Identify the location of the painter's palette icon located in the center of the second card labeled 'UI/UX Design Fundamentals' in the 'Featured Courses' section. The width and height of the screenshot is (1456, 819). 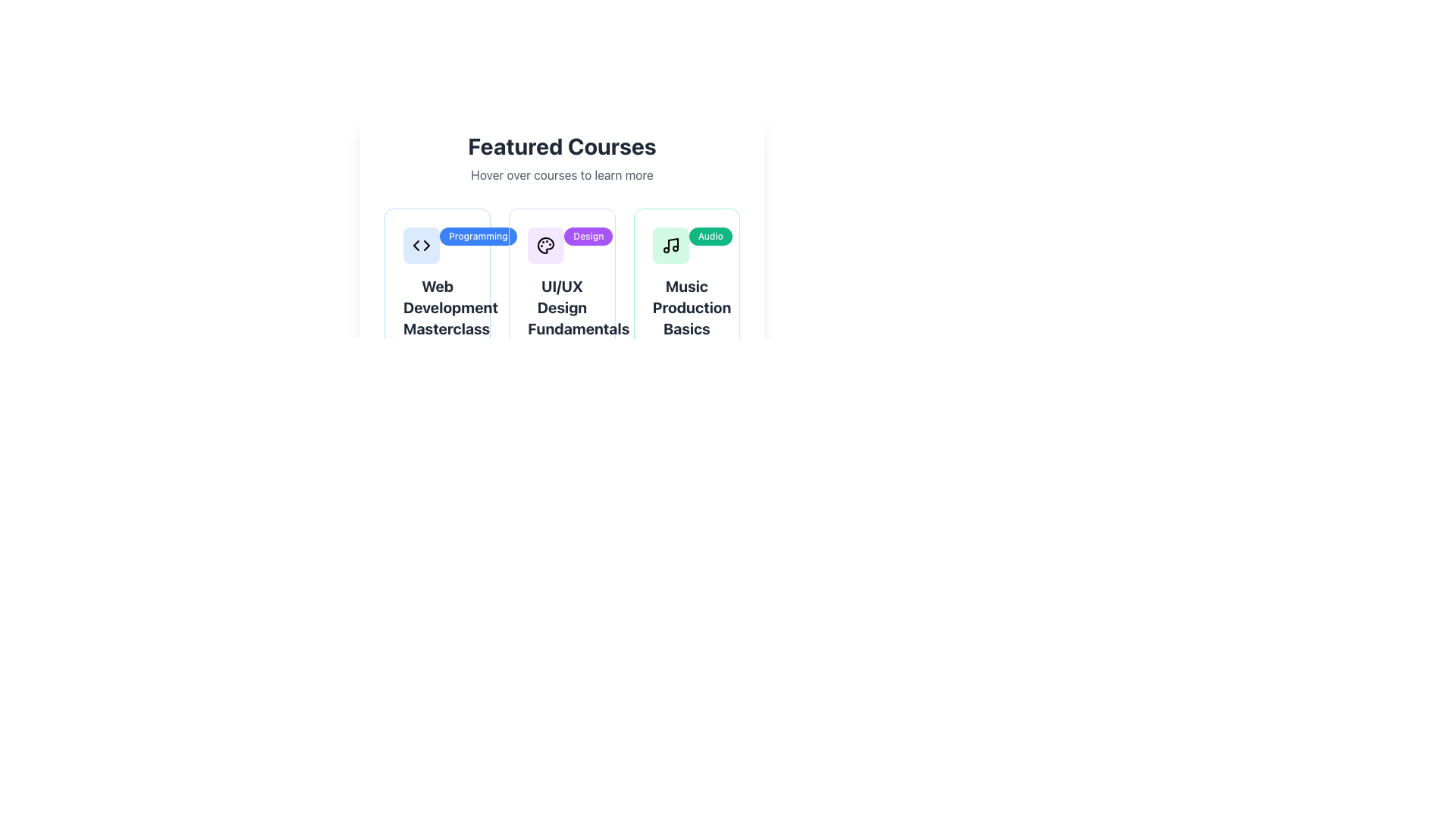
(546, 245).